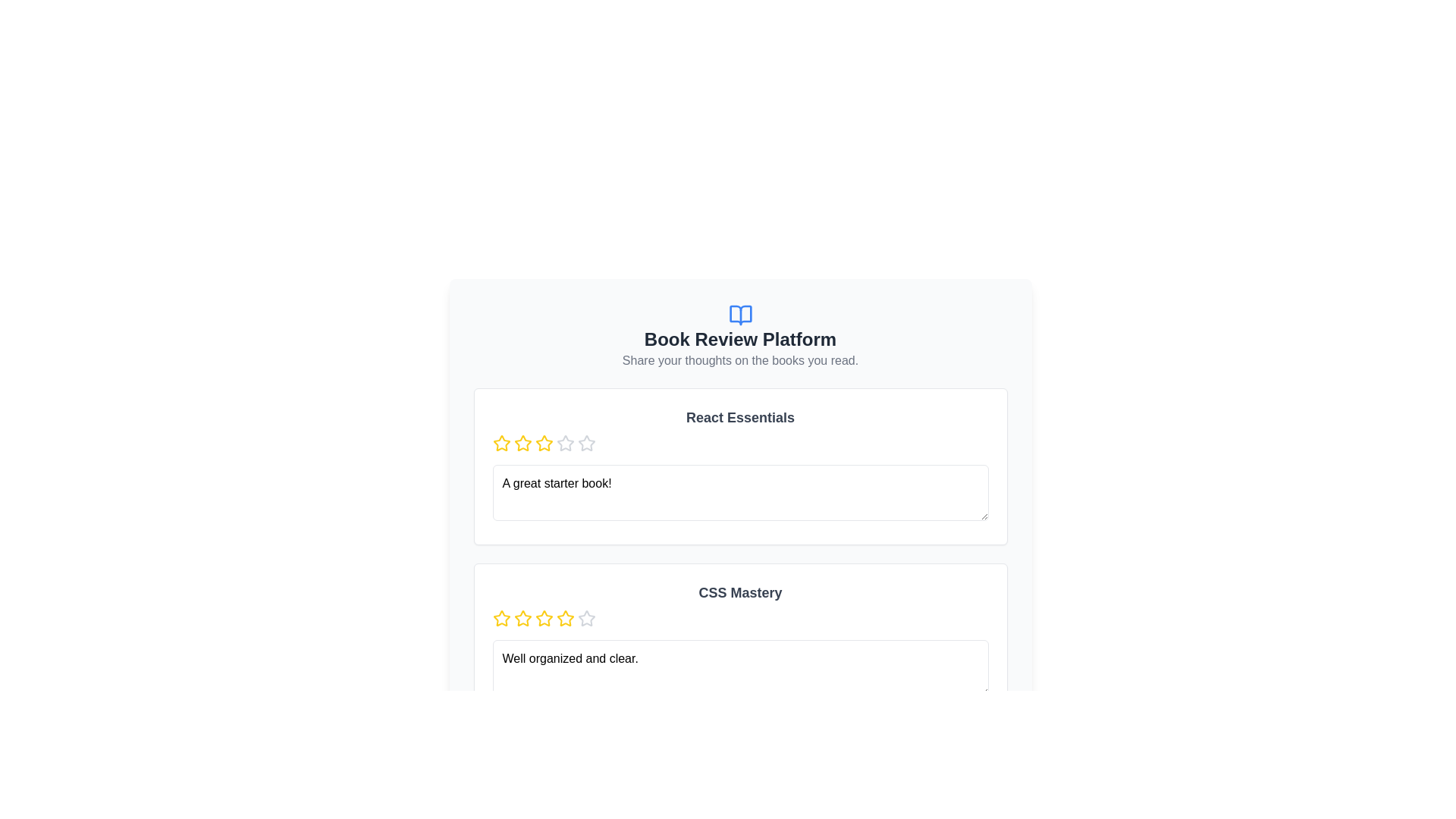 This screenshot has height=819, width=1456. What do you see at coordinates (564, 443) in the screenshot?
I see `the third star icon in the rating system within the 'React Essentials' review section to rate it` at bounding box center [564, 443].